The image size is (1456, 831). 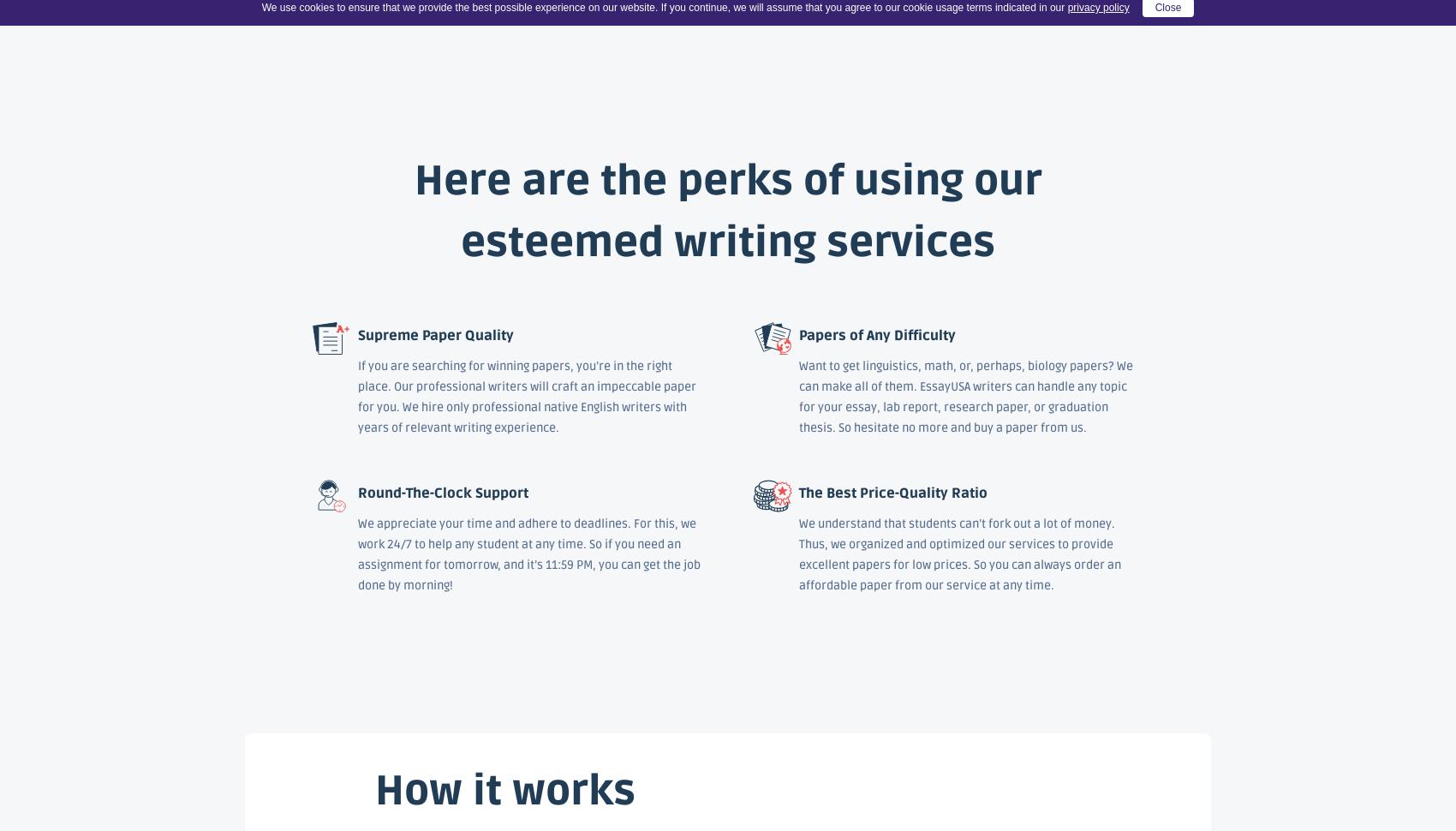 I want to click on 'Round-The-Clock Support', so click(x=443, y=492).